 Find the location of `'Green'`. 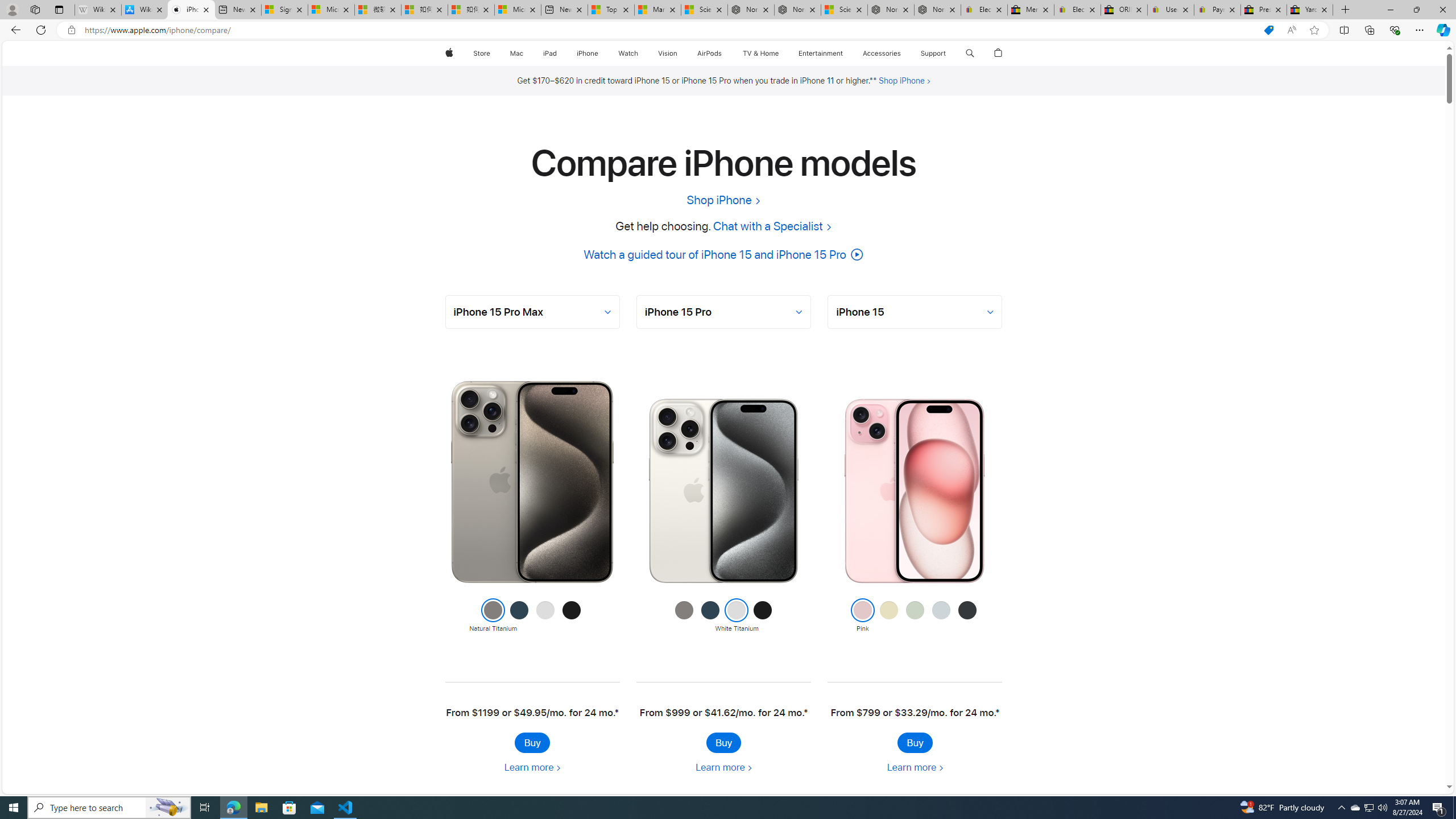

'Green' is located at coordinates (914, 616).